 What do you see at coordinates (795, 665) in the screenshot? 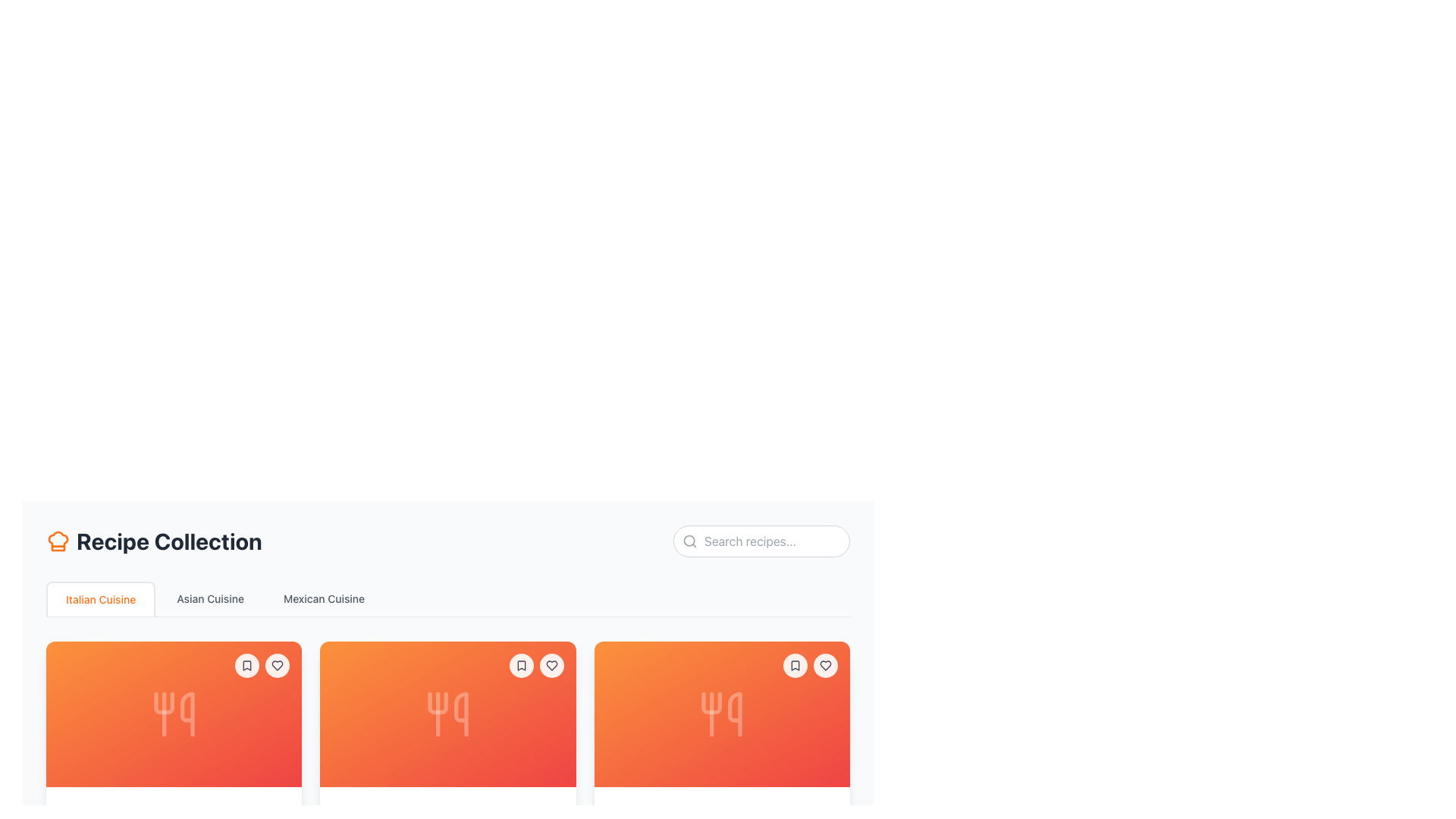
I see `the circular button with a white background and a gray bookmark icon located in the top-right corner of the orange content card to bookmark the associated item` at bounding box center [795, 665].